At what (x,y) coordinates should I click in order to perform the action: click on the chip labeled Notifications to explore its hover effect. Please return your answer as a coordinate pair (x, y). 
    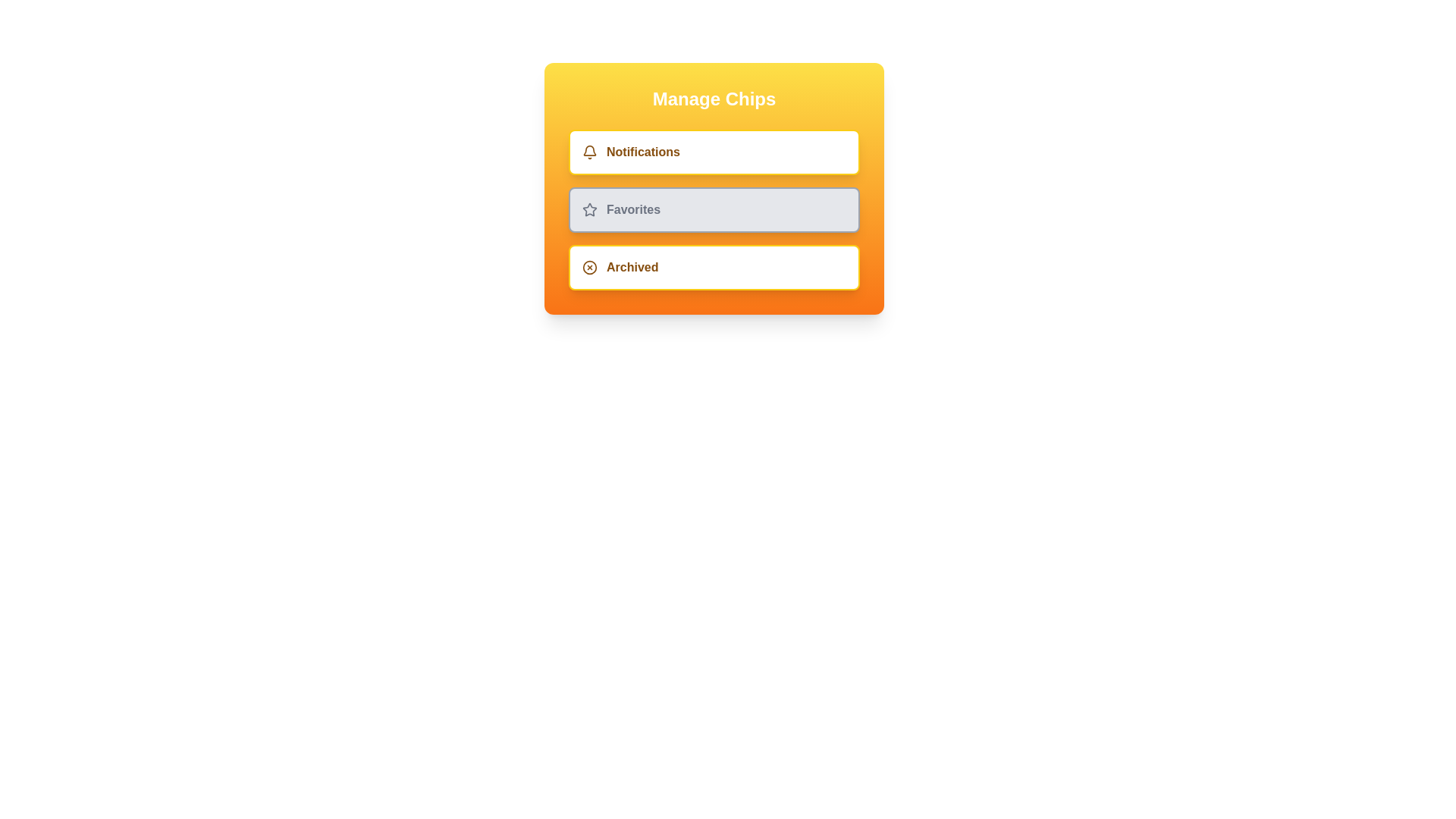
    Looking at the image, I should click on (713, 152).